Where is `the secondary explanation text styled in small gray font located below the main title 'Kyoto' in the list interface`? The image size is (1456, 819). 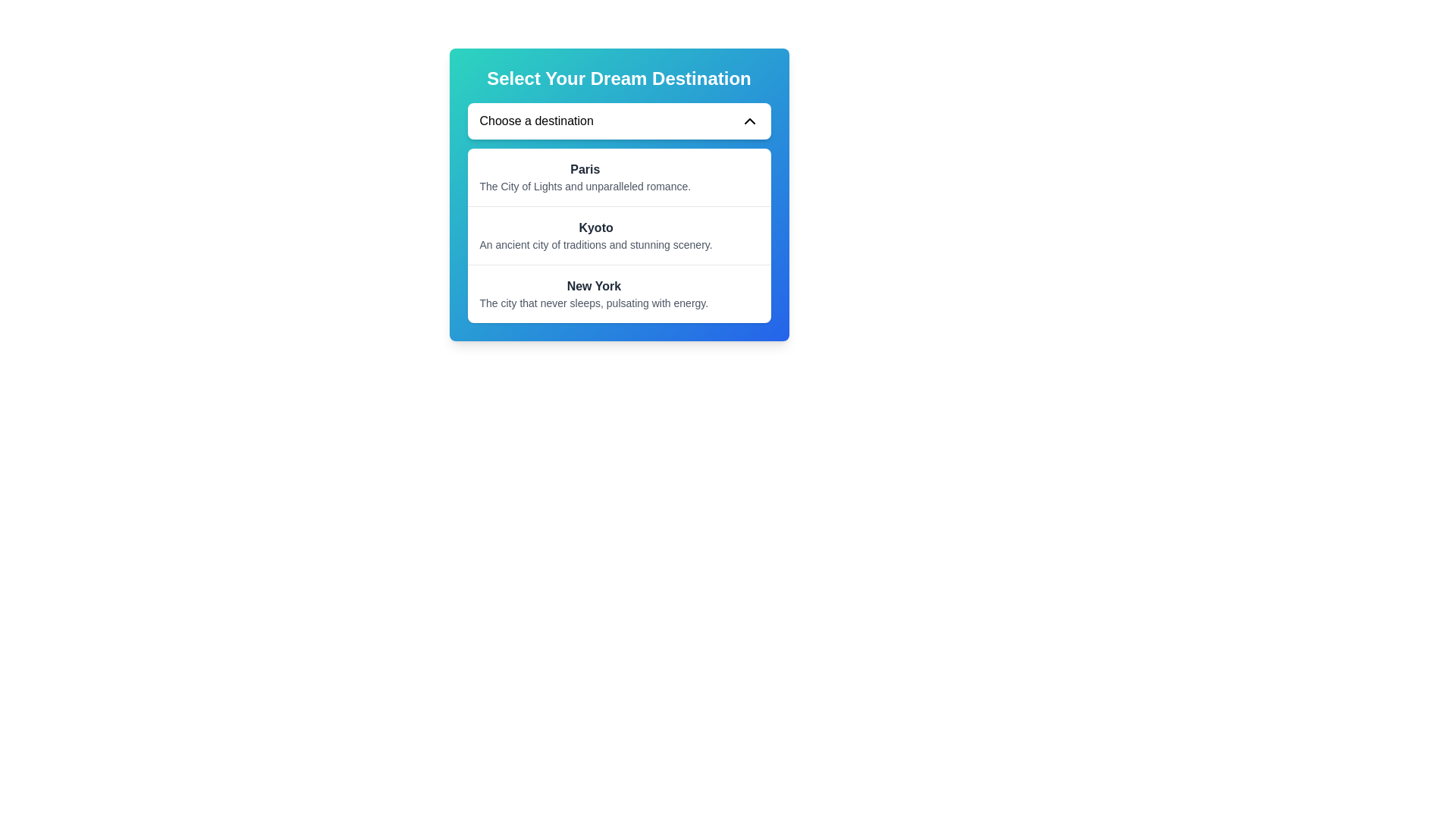 the secondary explanation text styled in small gray font located below the main title 'Kyoto' in the list interface is located at coordinates (595, 244).